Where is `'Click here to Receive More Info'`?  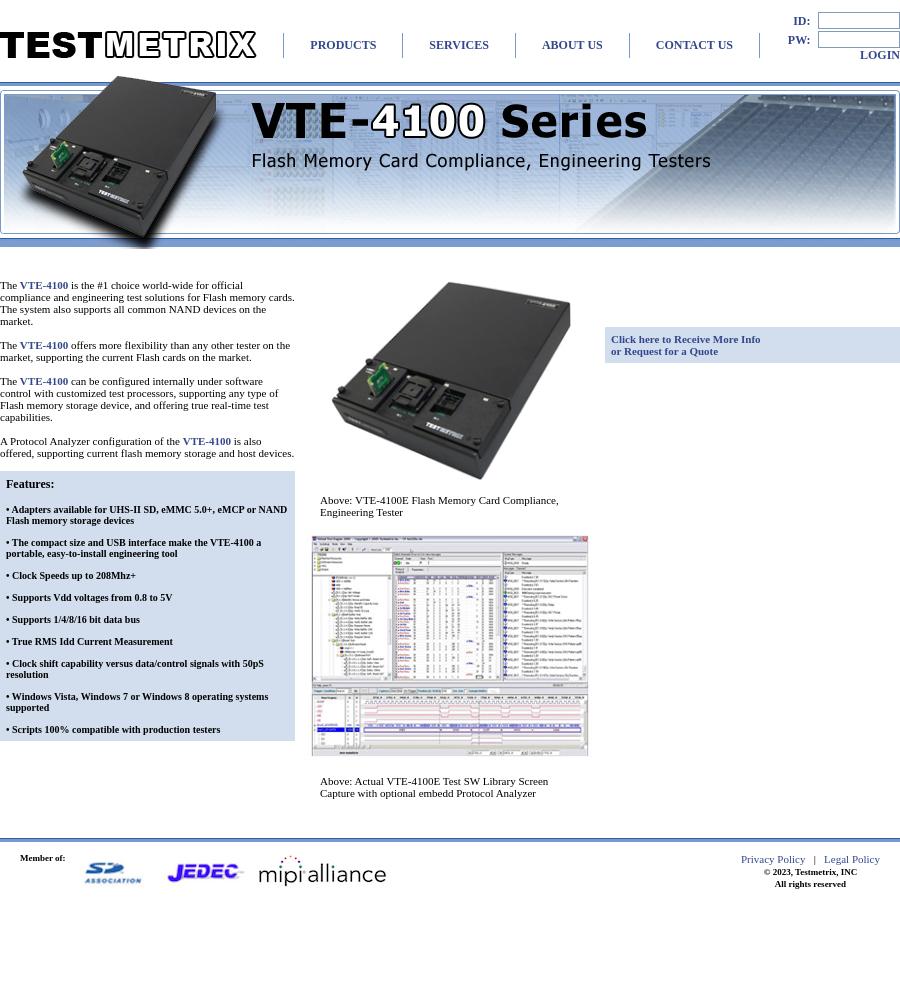
'Click here to Receive More Info' is located at coordinates (684, 338).